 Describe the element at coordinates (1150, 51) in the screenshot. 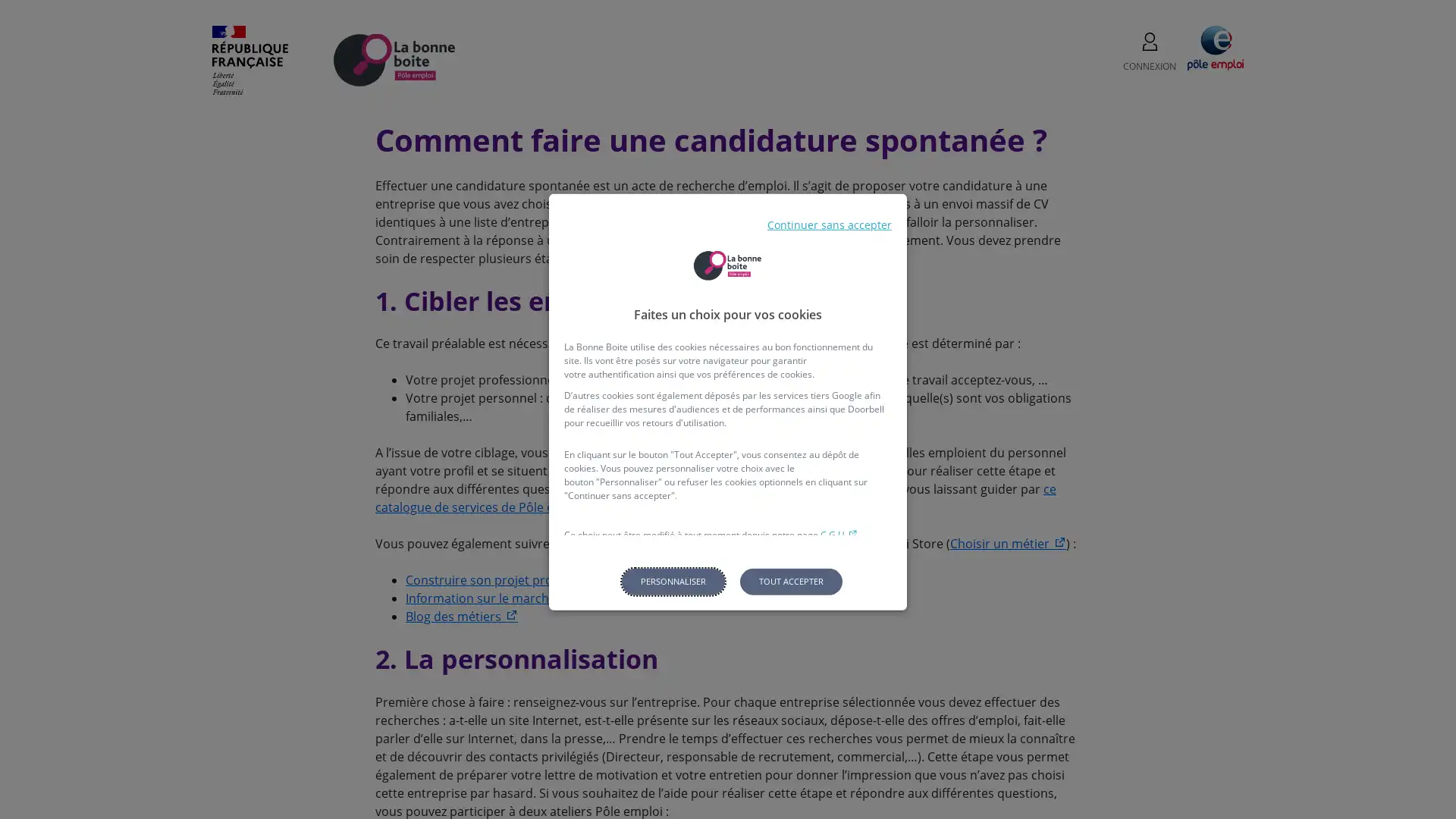

I see `CONNEXION` at that location.